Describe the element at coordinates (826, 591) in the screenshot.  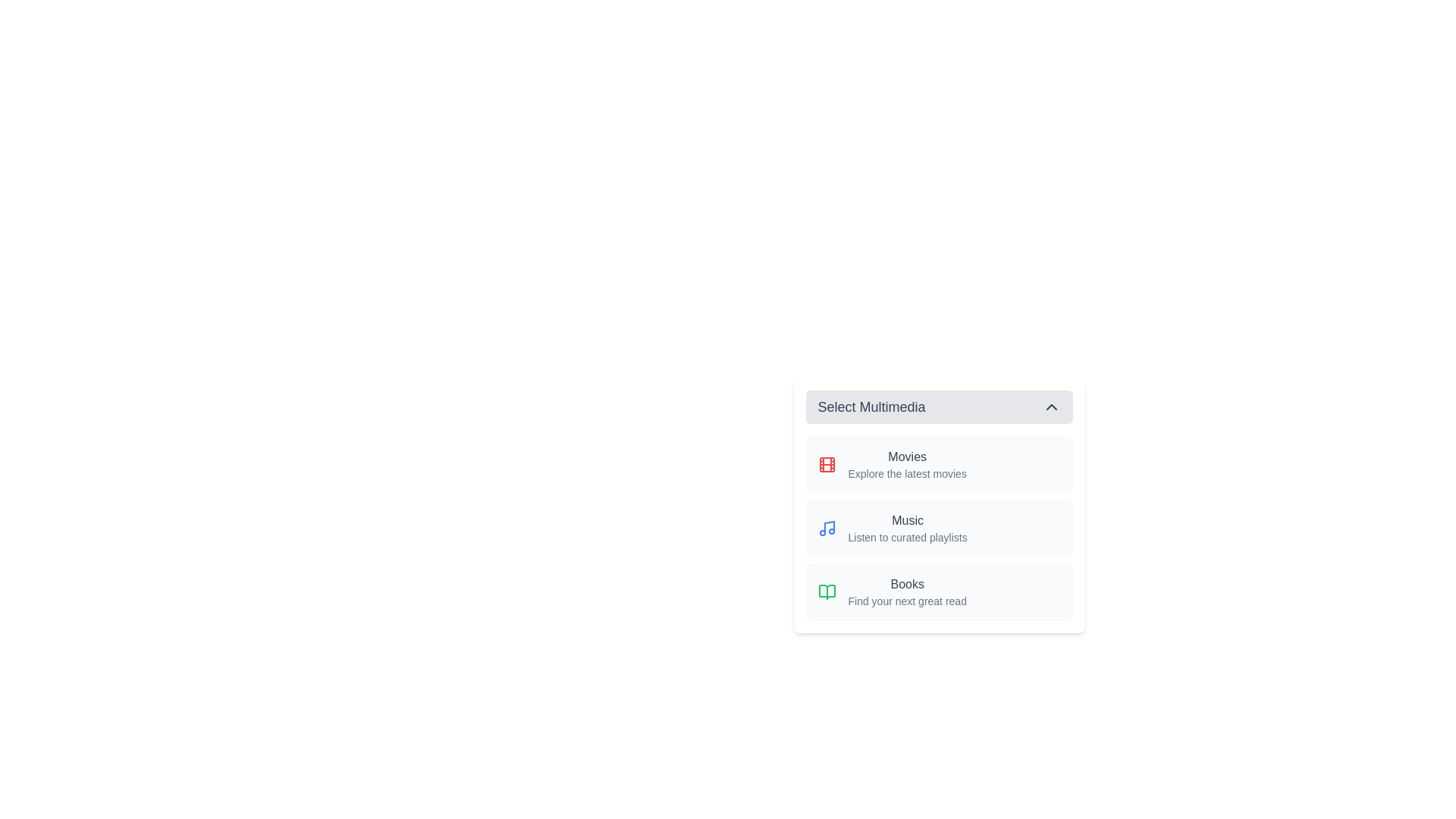
I see `the green open book icon at the bottom of the 'Select Multimedia' menu representing the 'Books' category` at that location.